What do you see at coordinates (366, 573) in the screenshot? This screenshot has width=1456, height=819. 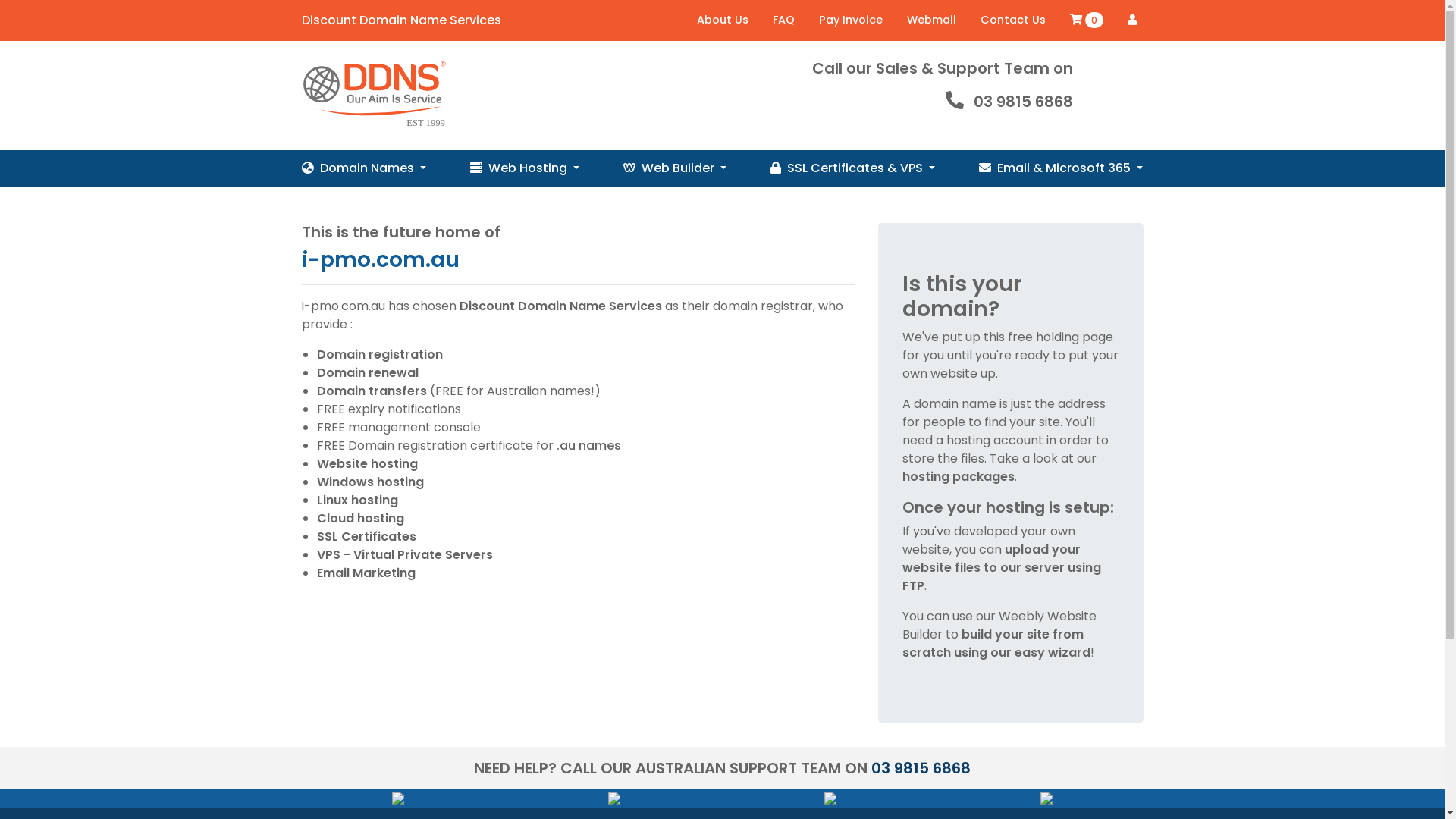 I see `'Email Marketing'` at bounding box center [366, 573].